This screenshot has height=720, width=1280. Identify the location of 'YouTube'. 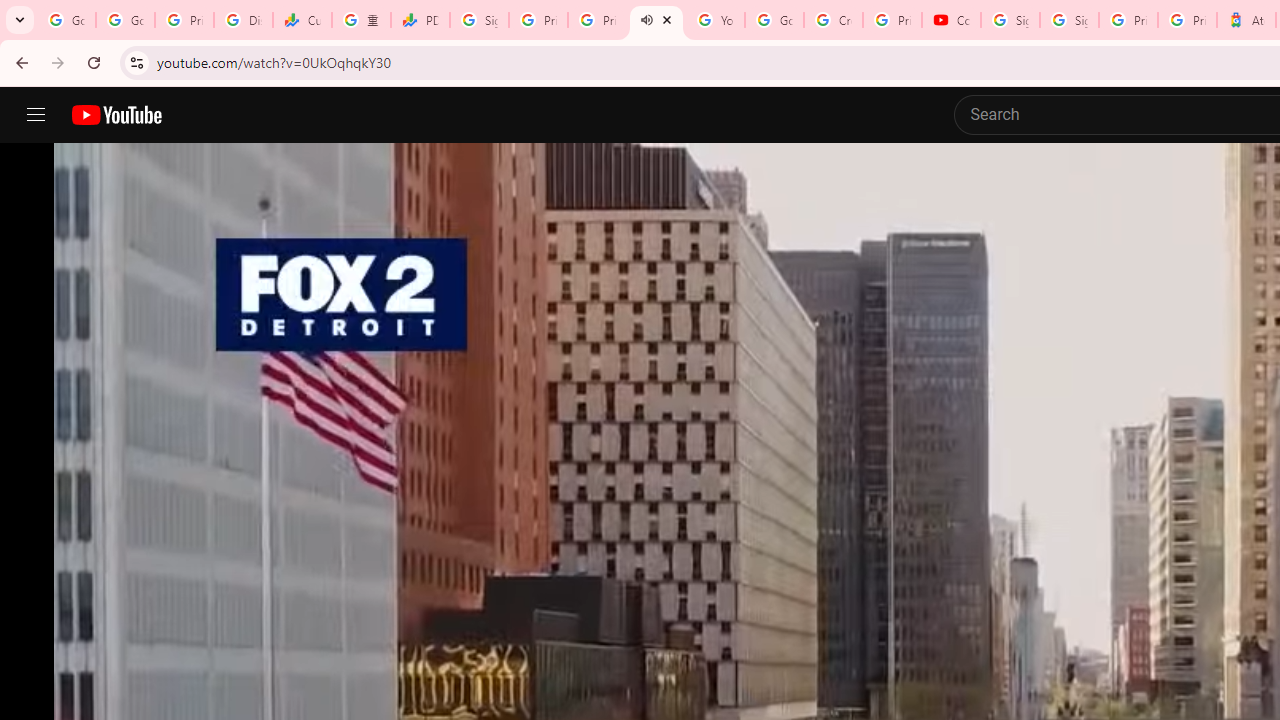
(715, 20).